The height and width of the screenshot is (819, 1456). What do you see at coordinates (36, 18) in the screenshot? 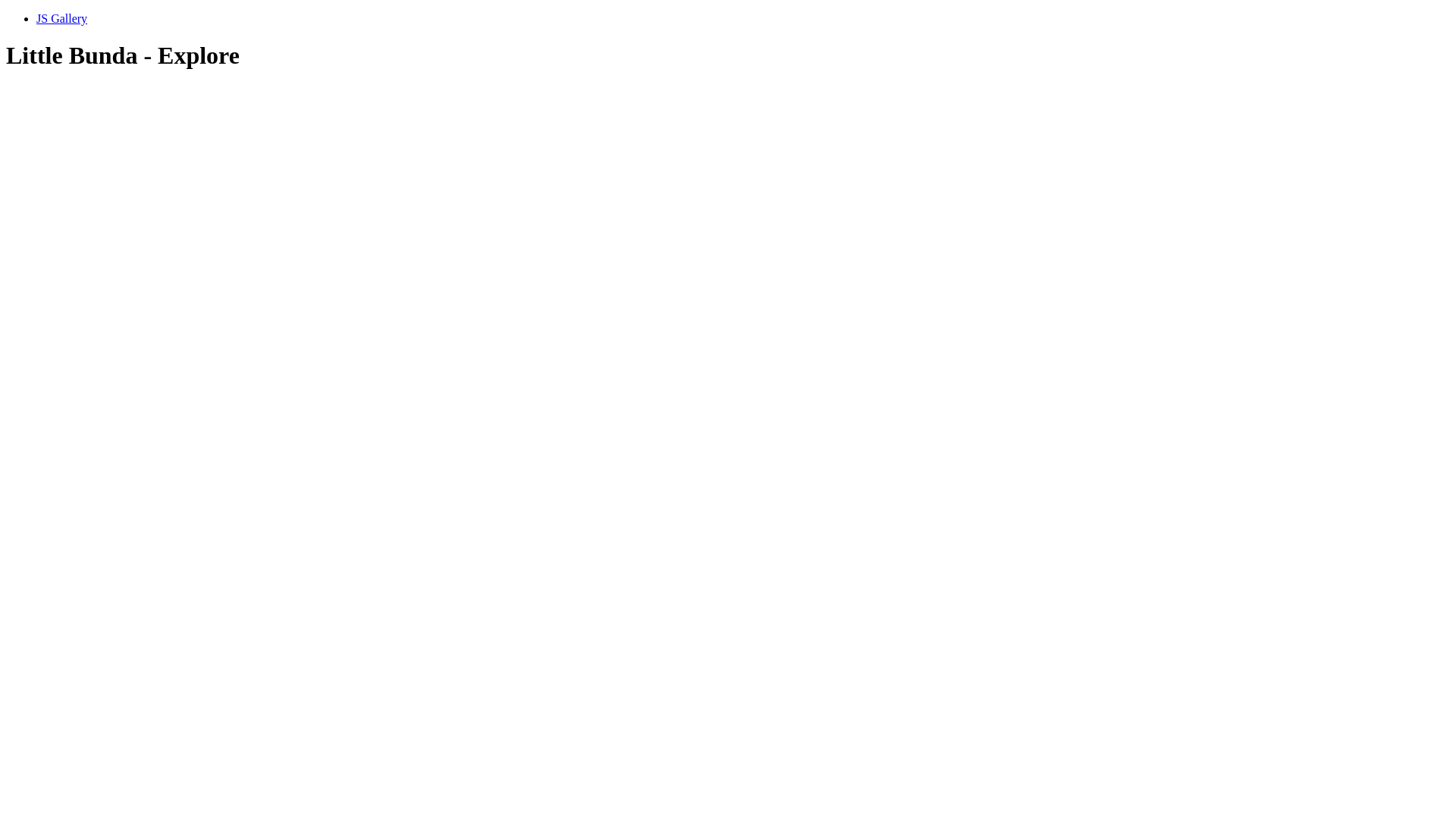
I see `'JS Gallery'` at bounding box center [36, 18].